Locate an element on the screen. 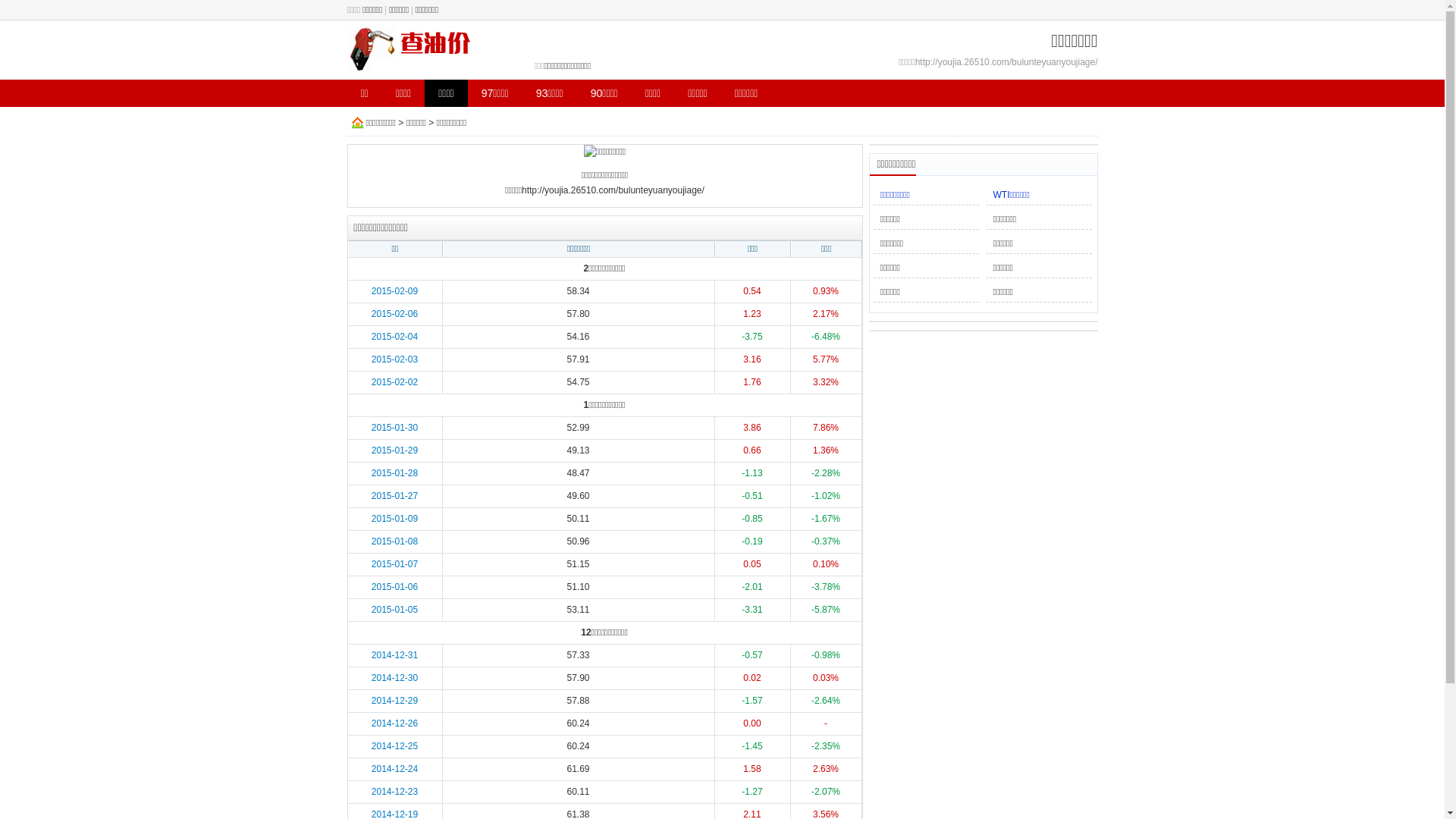  '2014-12-26' is located at coordinates (394, 722).